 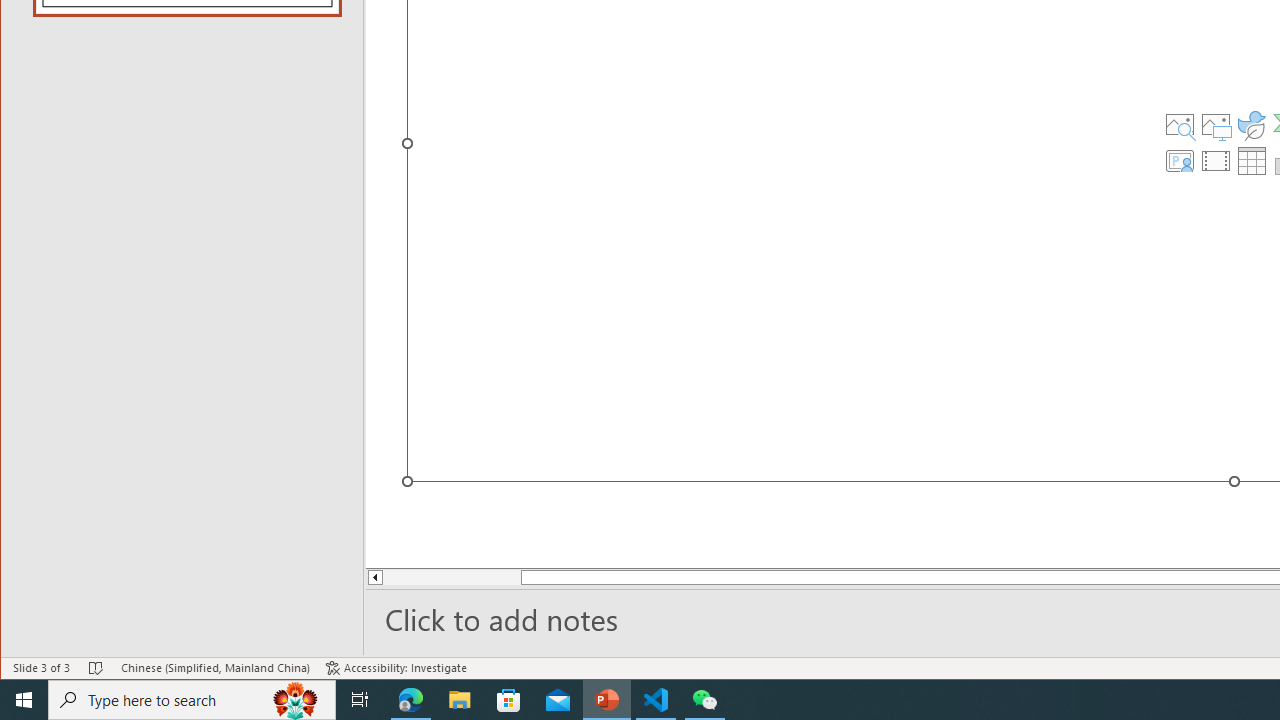 What do you see at coordinates (1215, 124) in the screenshot?
I see `'Pictures'` at bounding box center [1215, 124].